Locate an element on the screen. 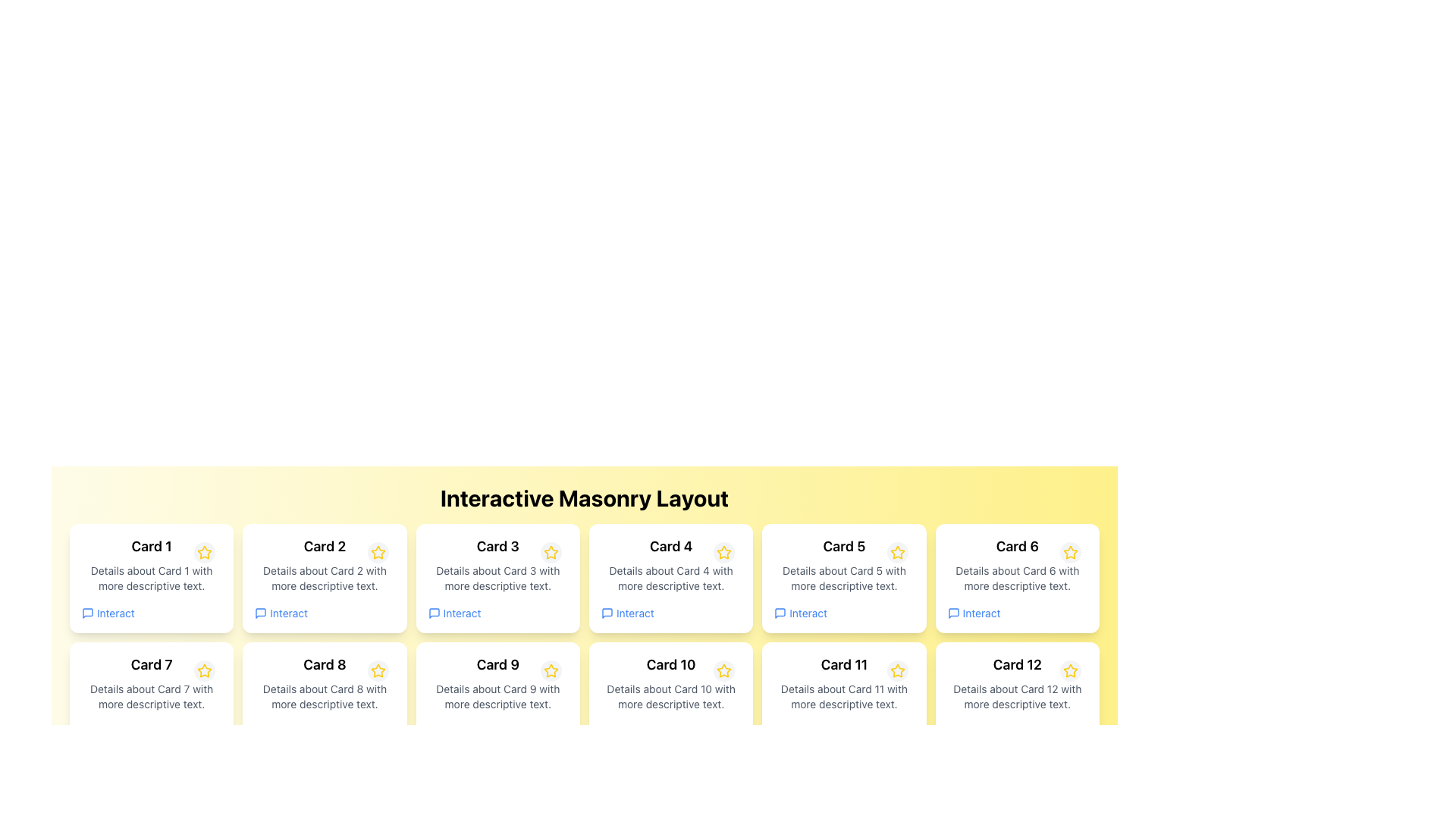  the static textual label displaying 'Card 8', which is the title in the second card from the left in the second row of cards is located at coordinates (324, 664).